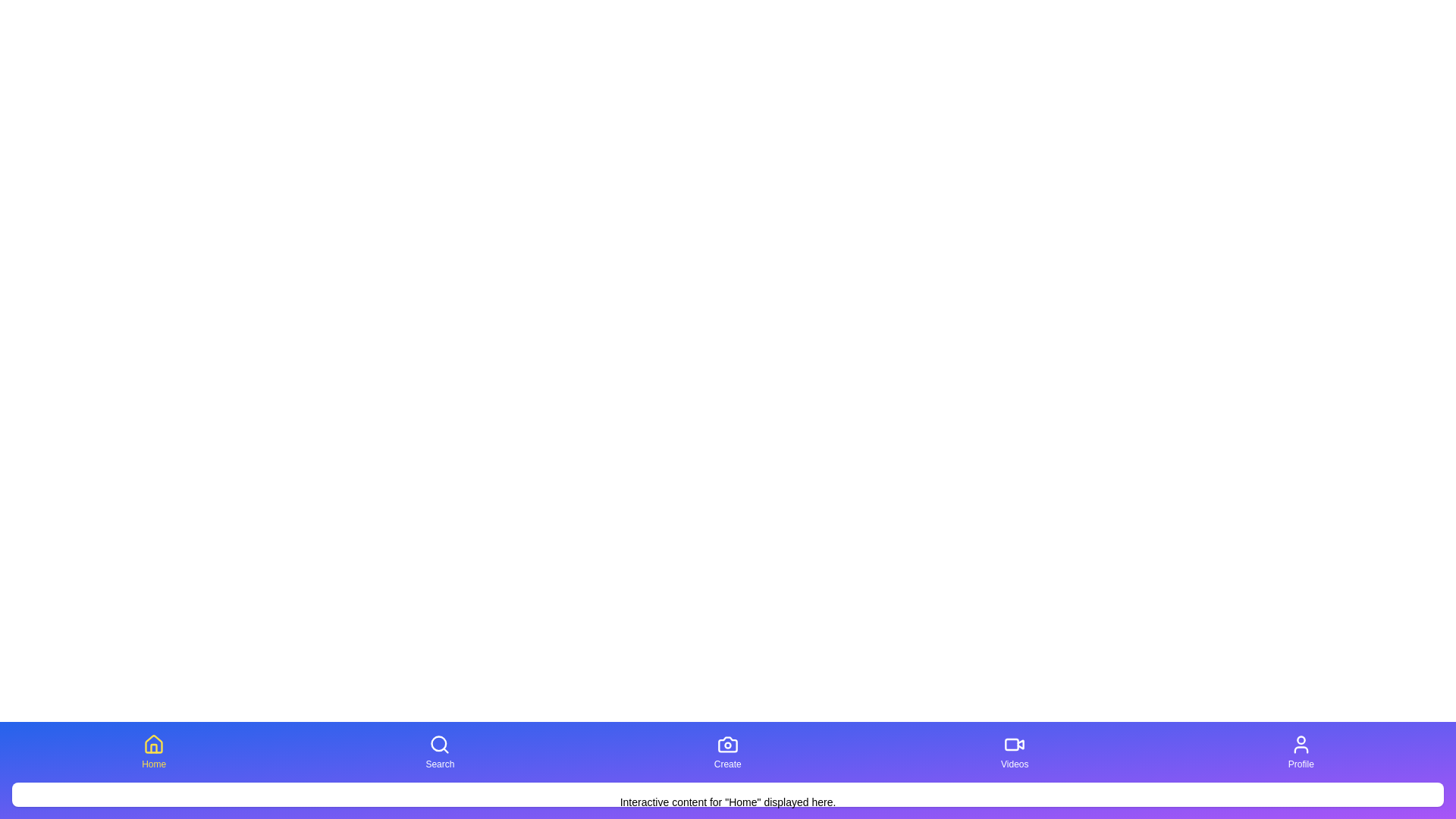  Describe the element at coordinates (1301, 752) in the screenshot. I see `the Profile tab to switch to it` at that location.